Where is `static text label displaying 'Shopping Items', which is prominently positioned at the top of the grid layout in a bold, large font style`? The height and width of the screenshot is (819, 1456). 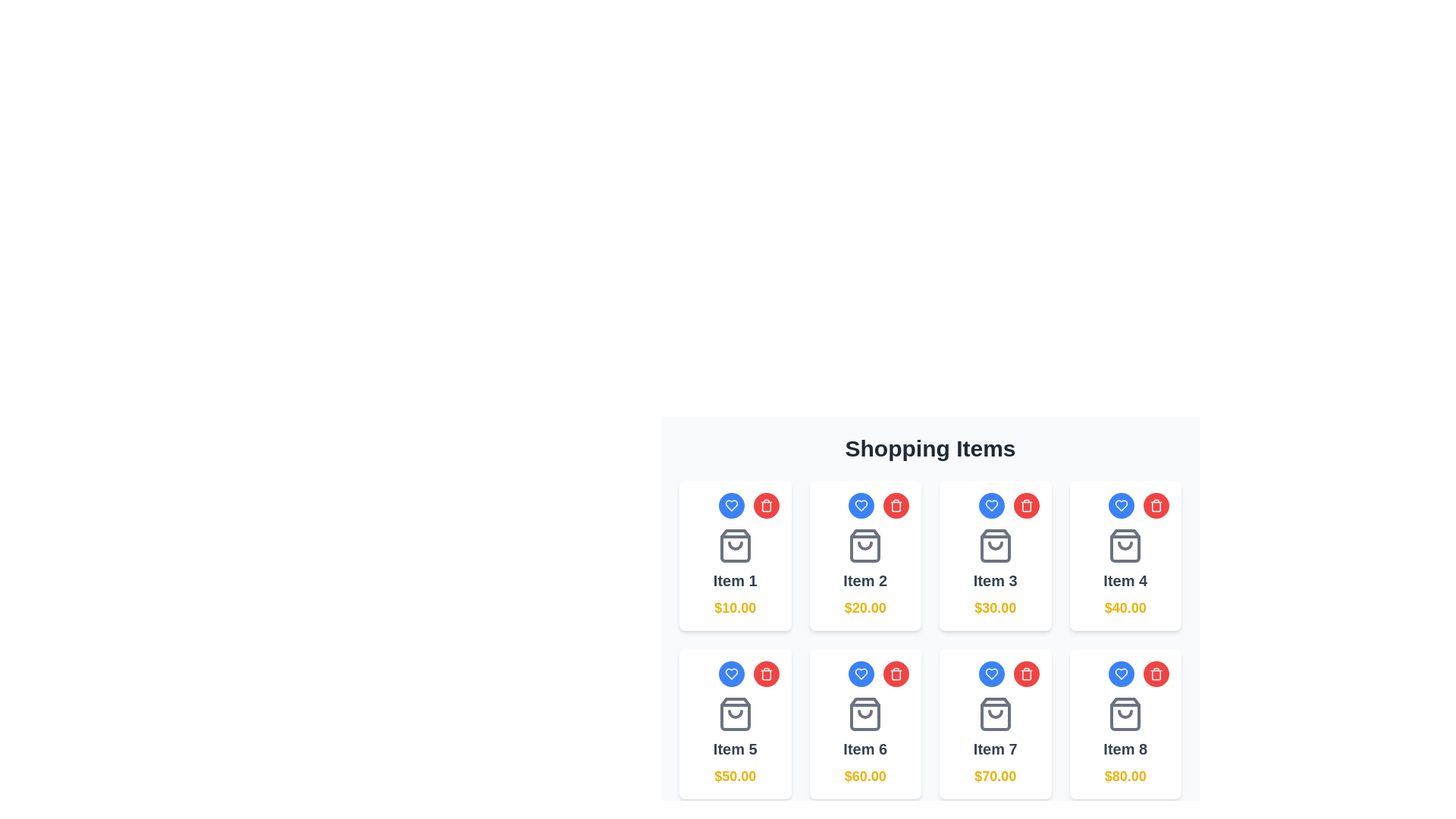 static text label displaying 'Shopping Items', which is prominently positioned at the top of the grid layout in a bold, large font style is located at coordinates (930, 447).